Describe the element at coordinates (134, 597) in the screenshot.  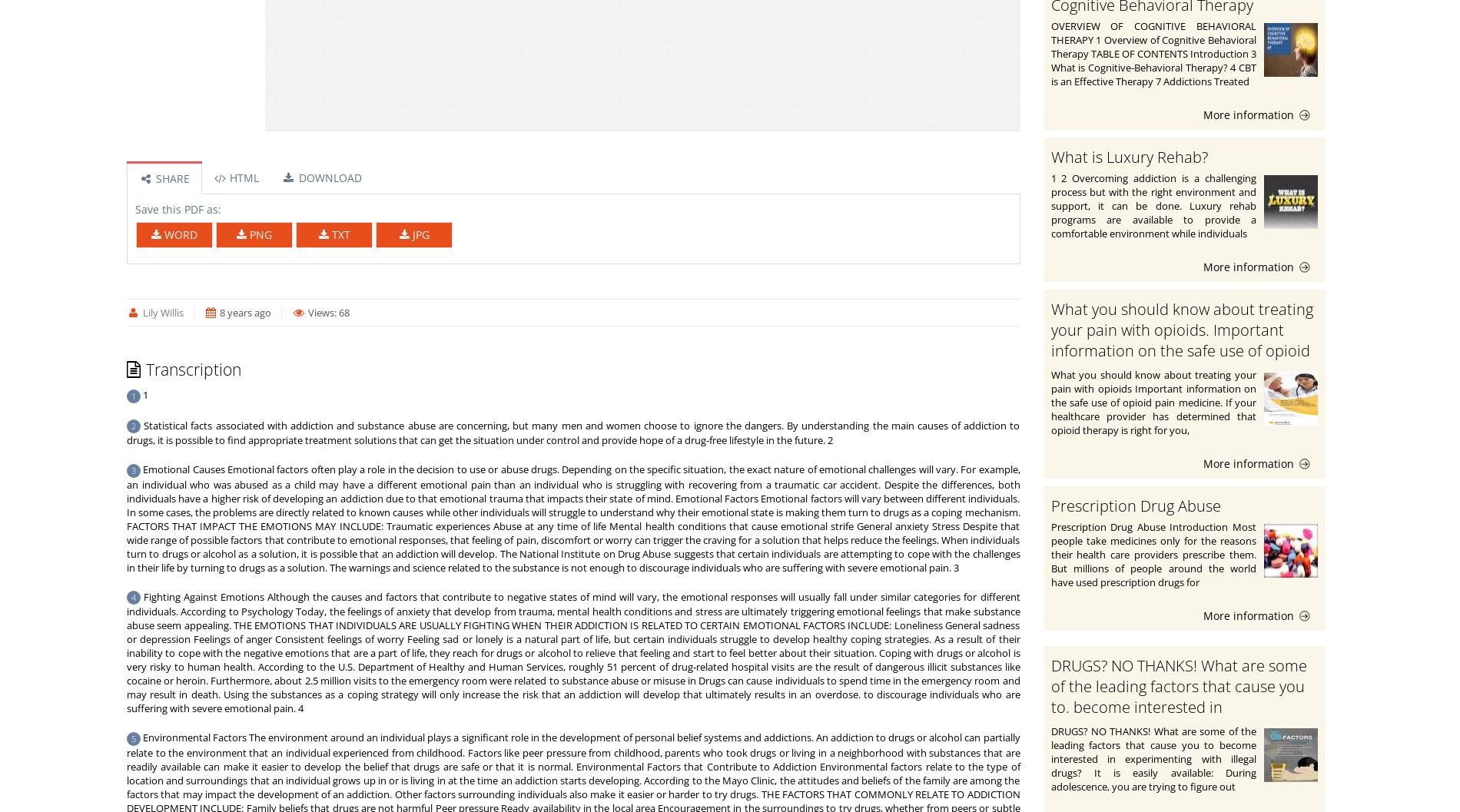
I see `'4'` at that location.